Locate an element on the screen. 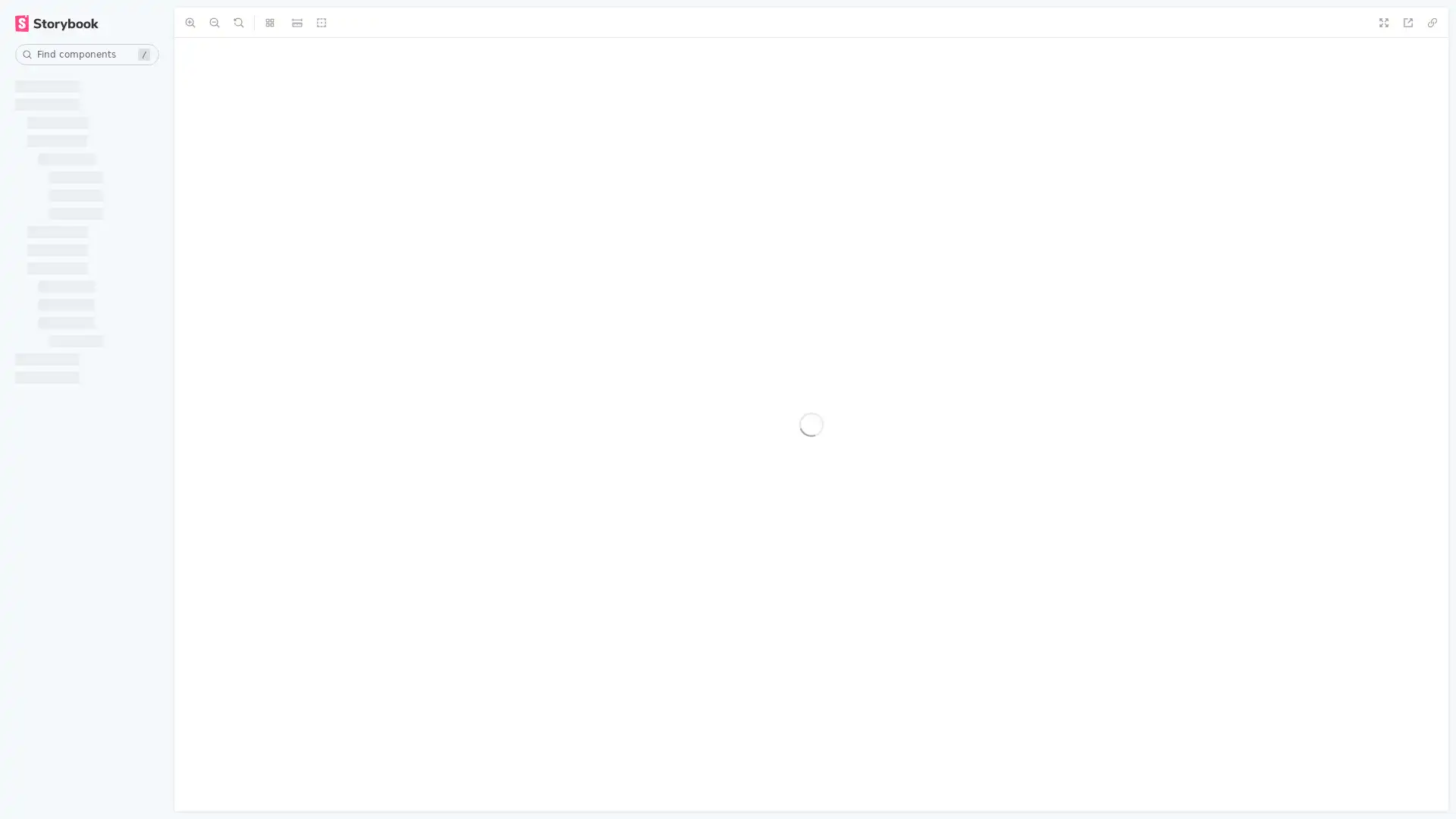 The image size is (1456, 819). Go full screen [F] is located at coordinates (1432, 23).